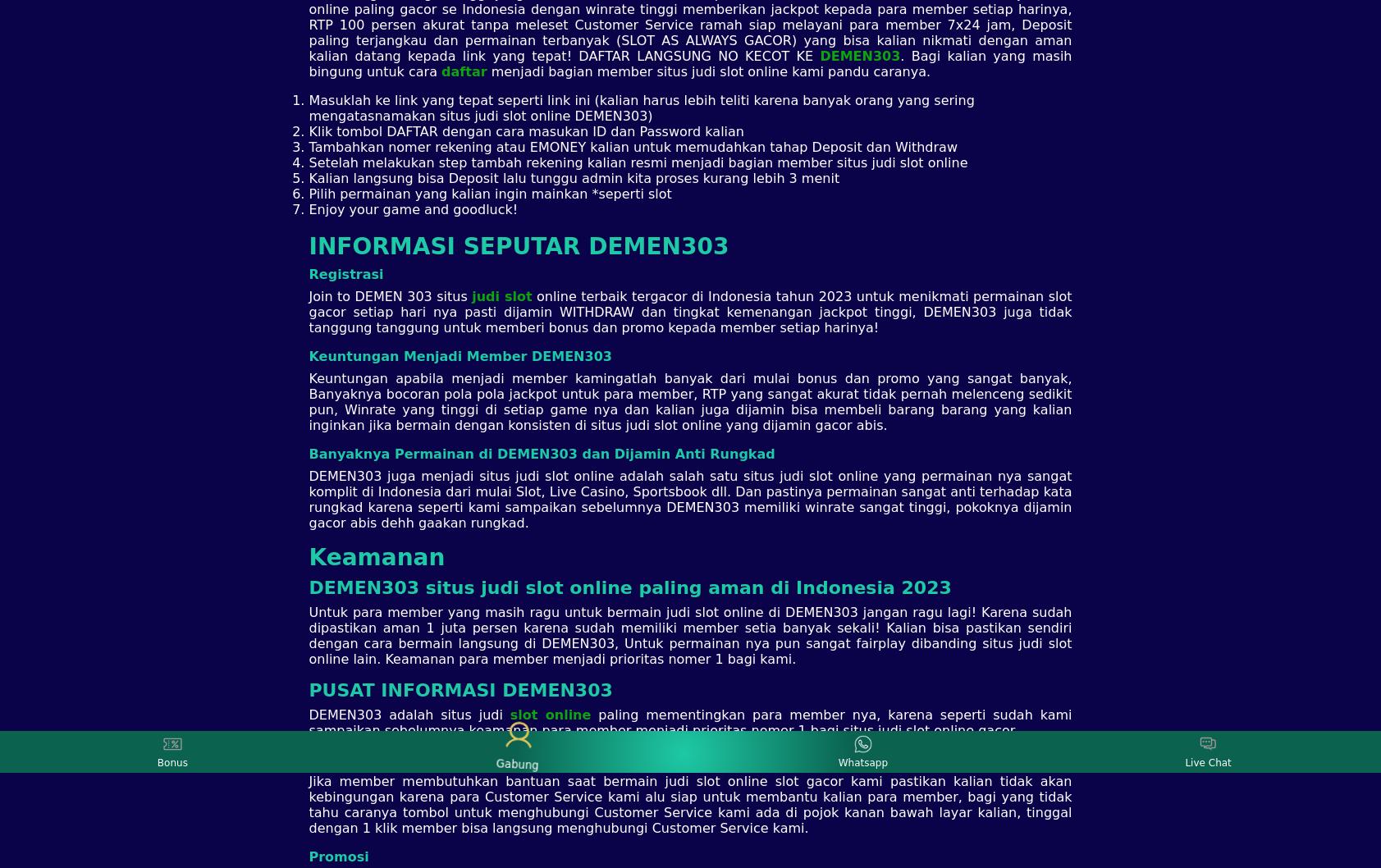 This screenshot has height=868, width=1381. I want to click on 'Keuntungan apabila menjadi member kamingatlah banyak dari mulai bonus dan promo yang sangat banyak, Banyaknya bocoran pola pola jackpot untuk para member, RTP yang sangat akurat tidak pernah melenceng sedikit pun, Winrate yang tinggi di setiap game nya dan kalian juga dijamin bisa membeli barang barang yang kalian inginkan jika bermain dengan konsisten di situs judi slot online yang dijamin gacor abis.', so click(688, 400).